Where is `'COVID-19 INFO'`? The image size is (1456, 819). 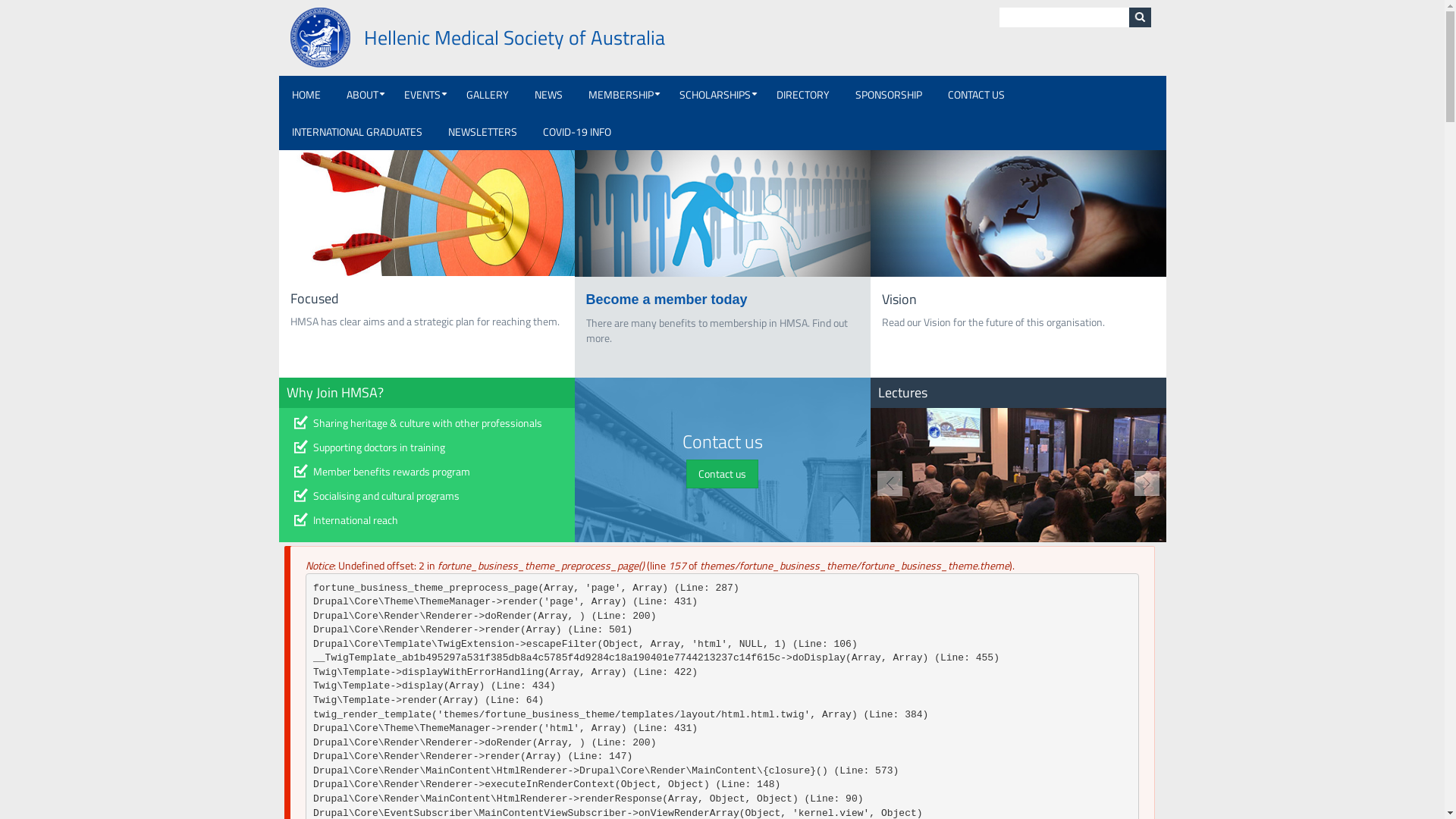 'COVID-19 INFO' is located at coordinates (575, 130).